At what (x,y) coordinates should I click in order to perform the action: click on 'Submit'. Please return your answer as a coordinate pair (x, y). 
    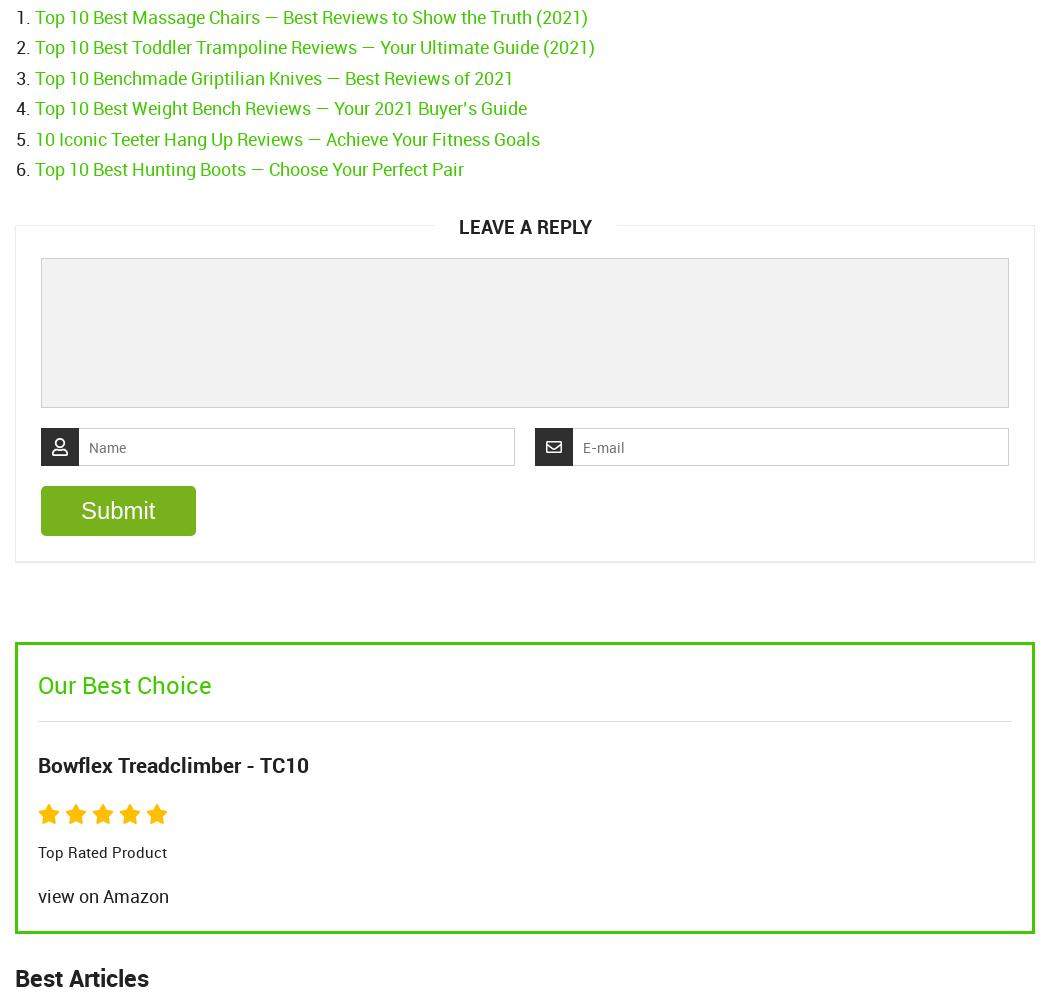
    Looking at the image, I should click on (117, 510).